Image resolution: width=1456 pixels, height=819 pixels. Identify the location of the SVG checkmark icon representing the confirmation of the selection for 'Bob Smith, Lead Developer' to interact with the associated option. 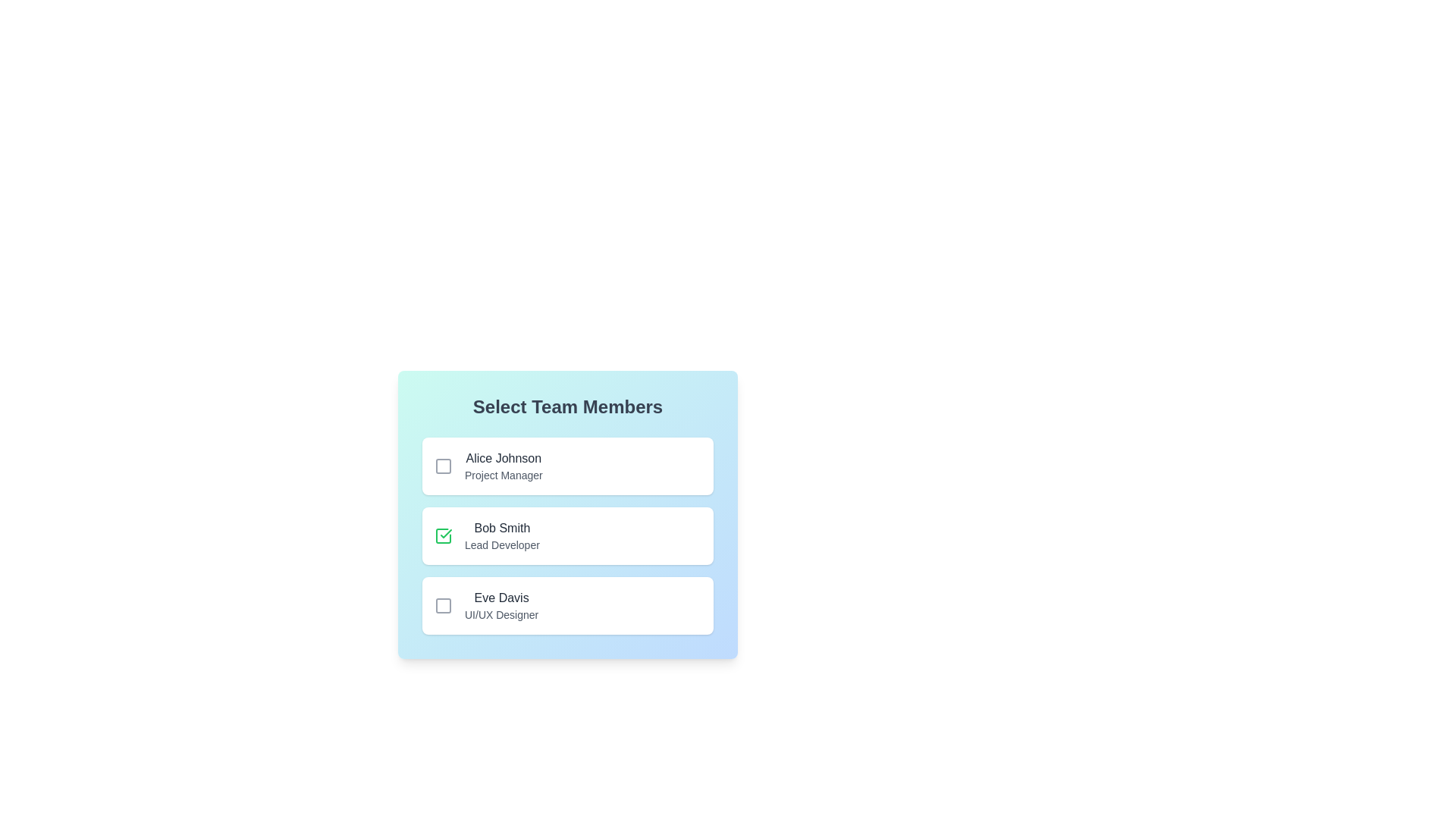
(445, 533).